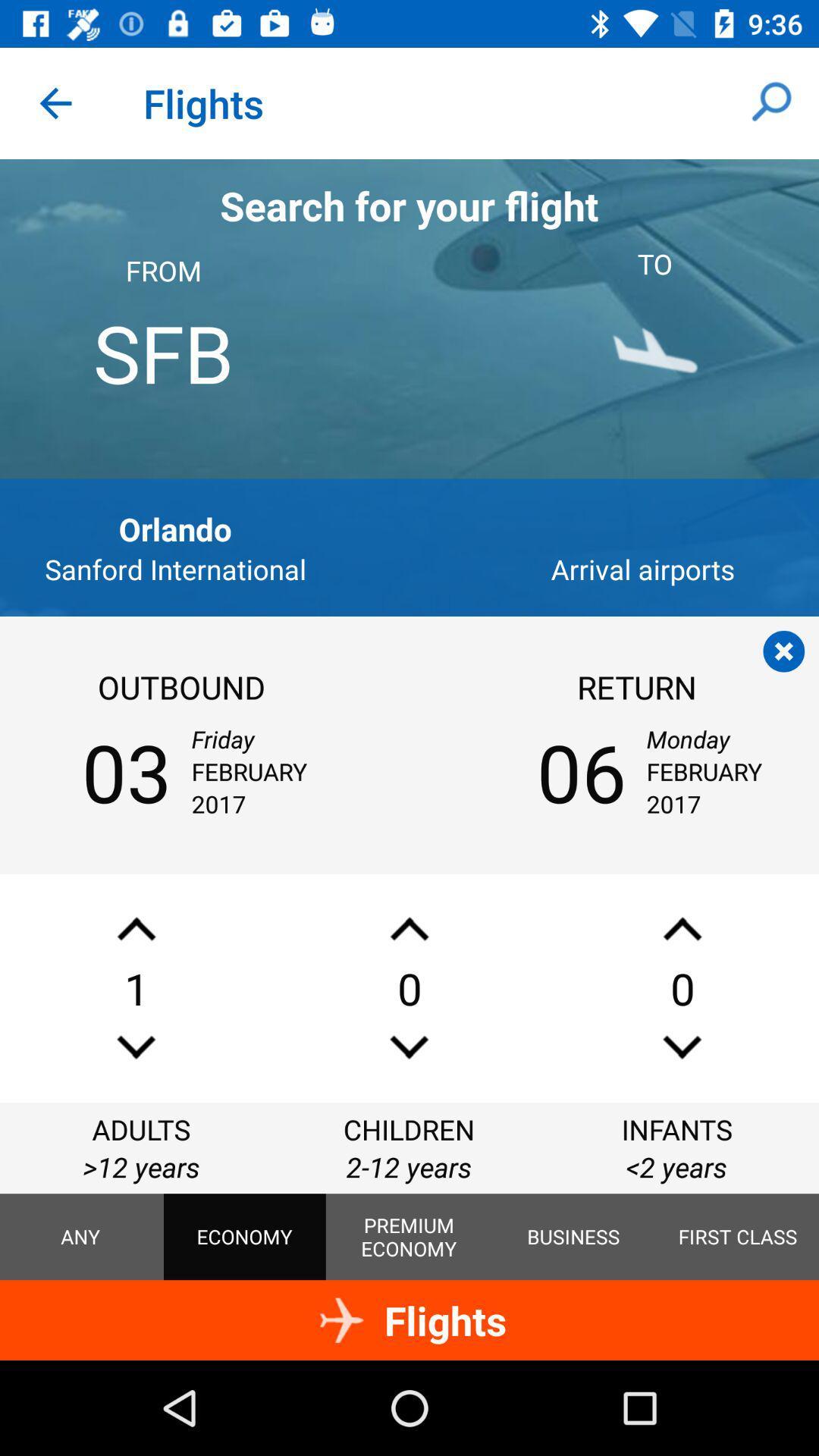 The image size is (819, 1456). Describe the element at coordinates (408, 1237) in the screenshot. I see `the icon next to economy item` at that location.